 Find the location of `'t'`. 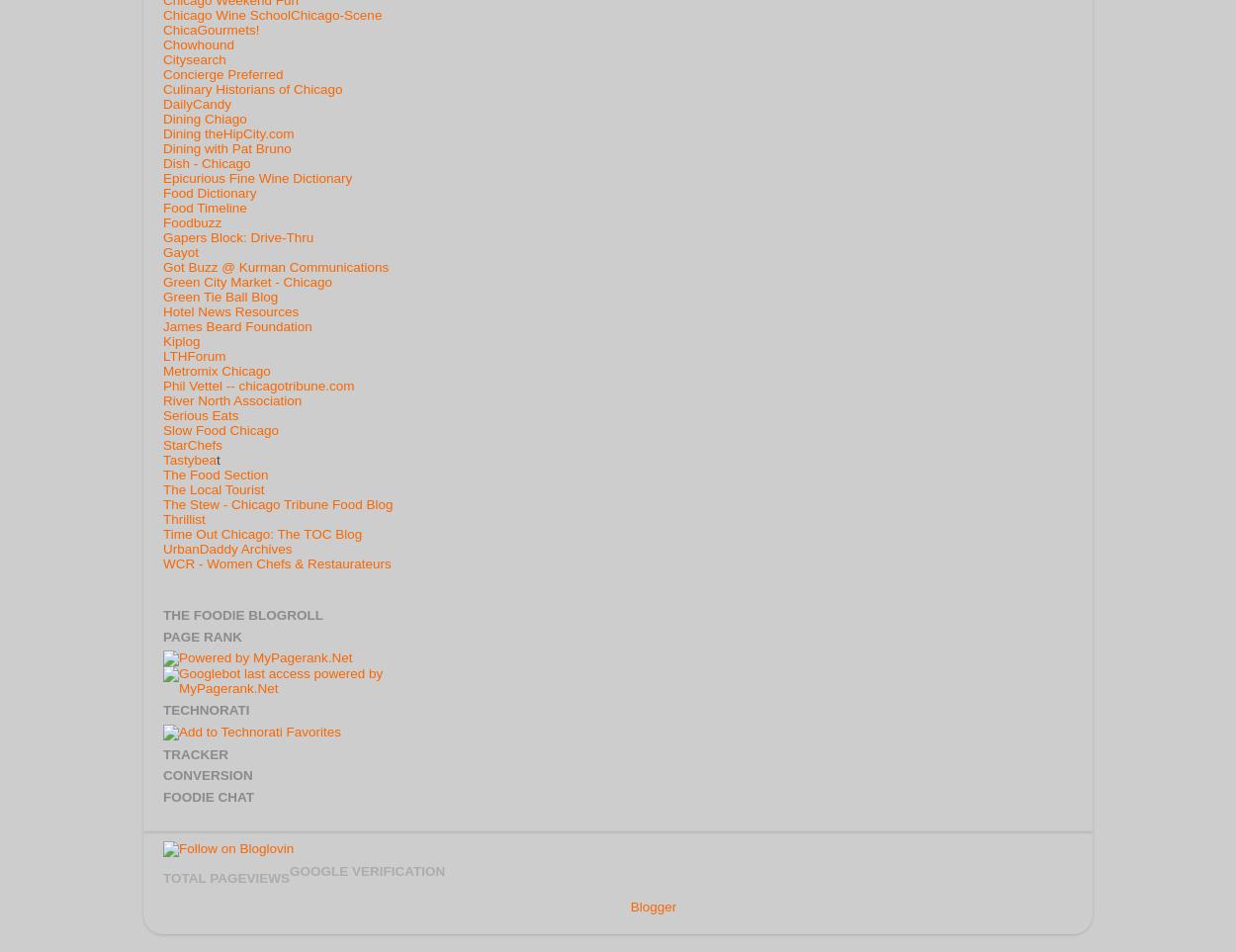

't' is located at coordinates (217, 459).